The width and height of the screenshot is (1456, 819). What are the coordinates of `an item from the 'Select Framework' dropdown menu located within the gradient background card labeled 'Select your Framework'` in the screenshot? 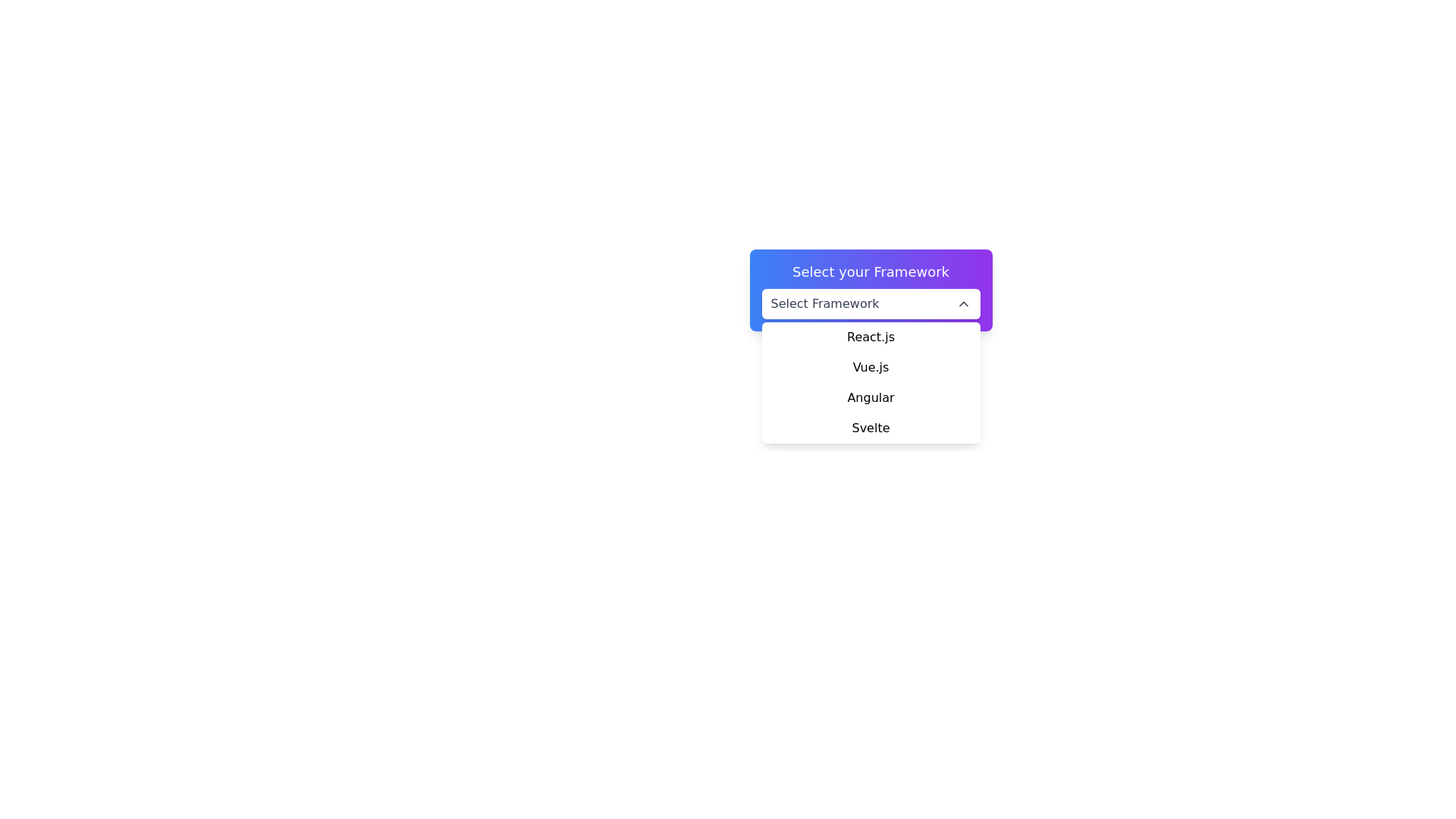 It's located at (871, 290).